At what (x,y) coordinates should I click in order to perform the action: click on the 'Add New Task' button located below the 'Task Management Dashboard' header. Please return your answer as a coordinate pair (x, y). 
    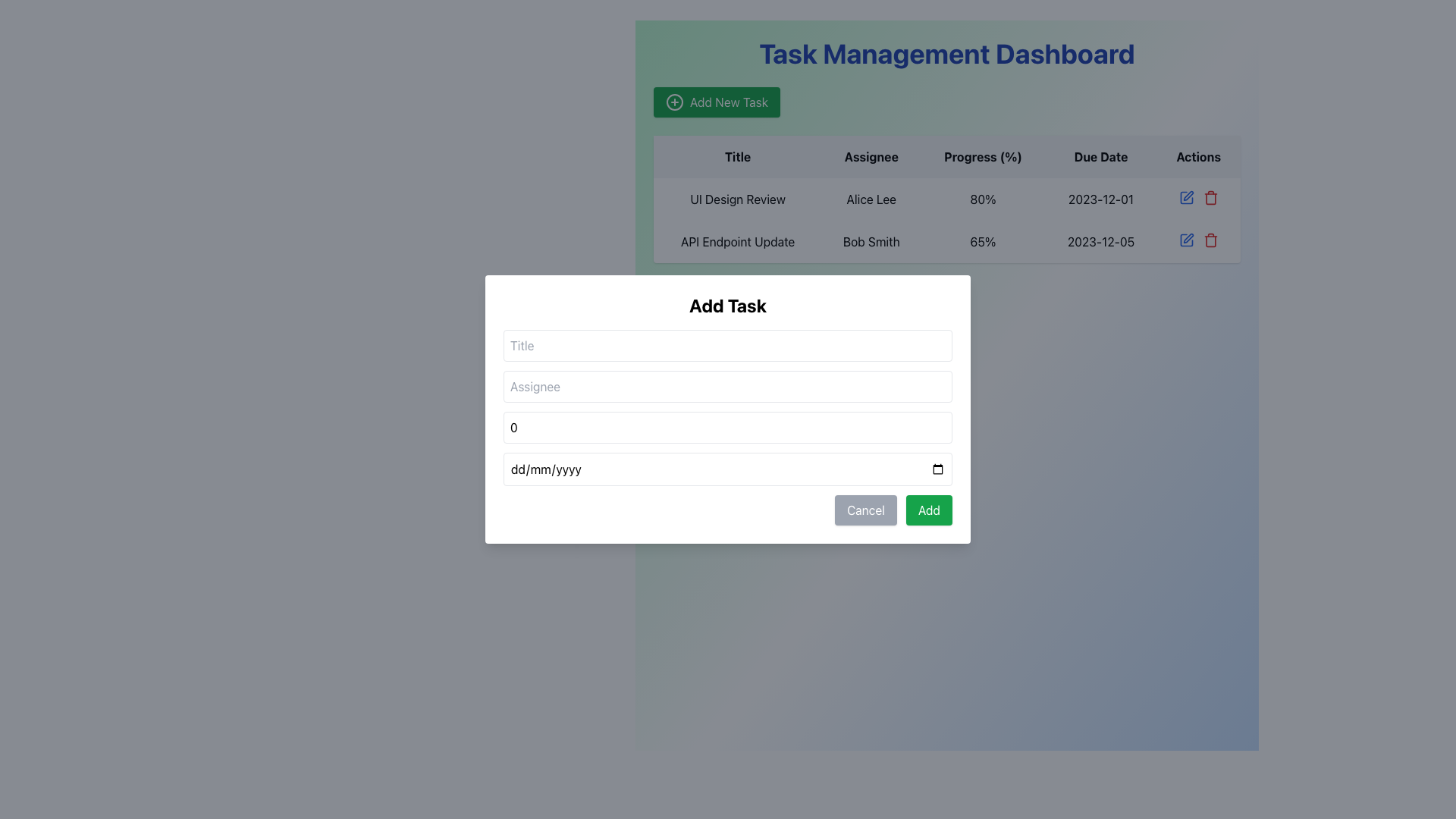
    Looking at the image, I should click on (716, 102).